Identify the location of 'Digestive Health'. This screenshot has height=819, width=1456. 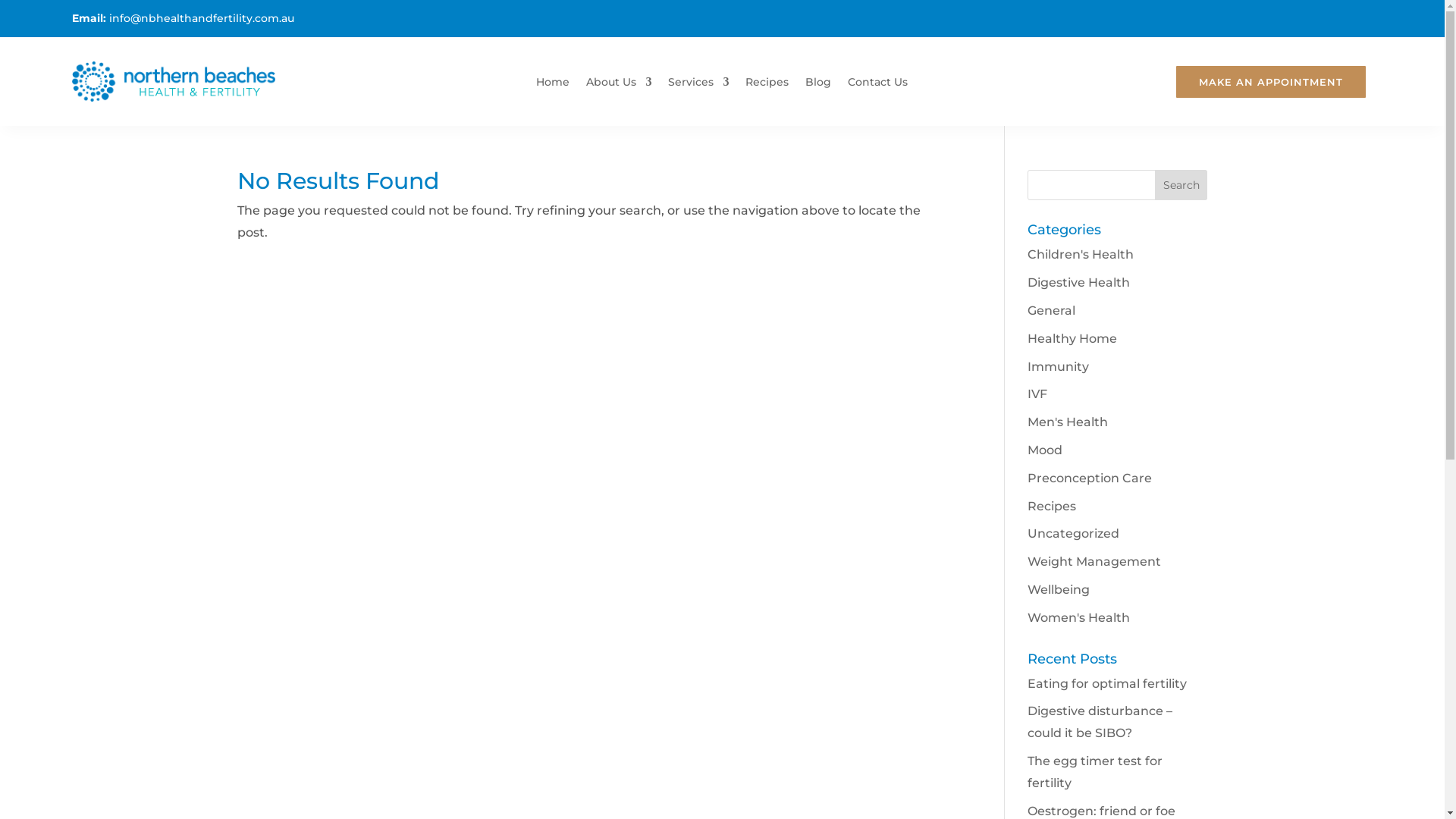
(1078, 282).